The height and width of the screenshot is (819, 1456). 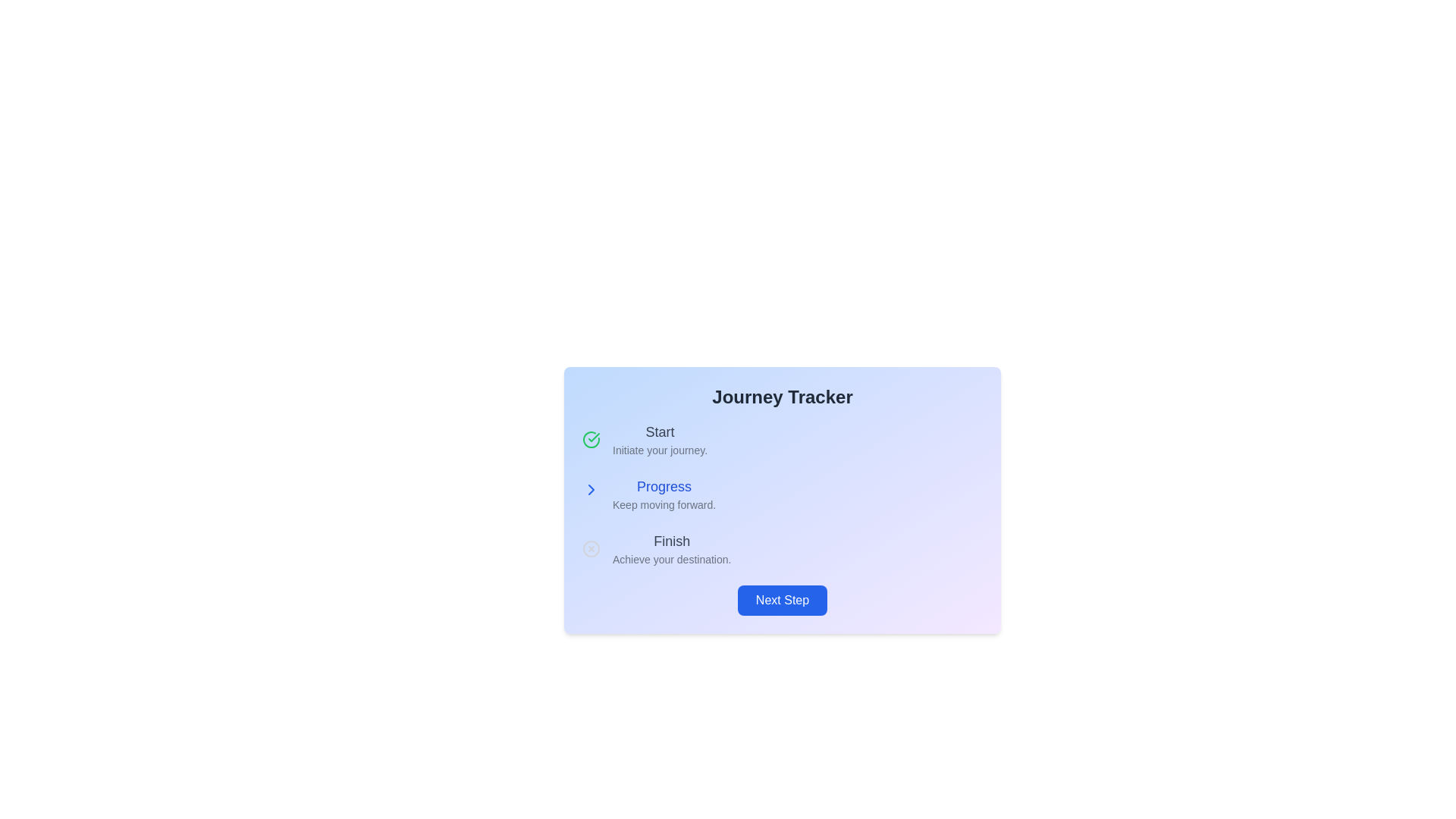 What do you see at coordinates (671, 559) in the screenshot?
I see `the text label displaying 'Achieve your destination.' which is styled in small, gray text and positioned under the 'Finish' label within the 'Journey Tracker' card` at bounding box center [671, 559].